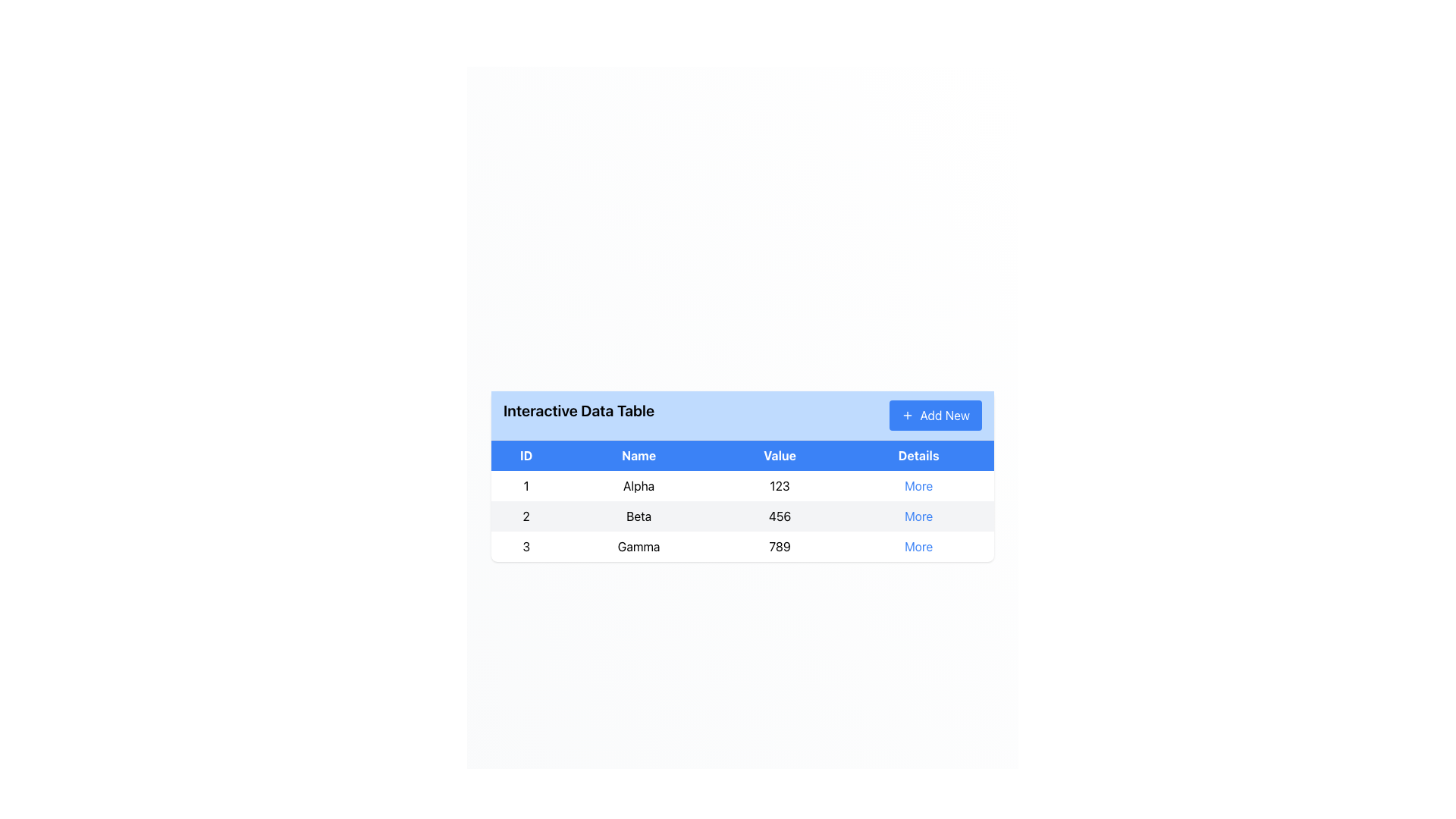  What do you see at coordinates (935, 415) in the screenshot?
I see `the 'Add New' button located in the top-right corner of the header section above the data table` at bounding box center [935, 415].